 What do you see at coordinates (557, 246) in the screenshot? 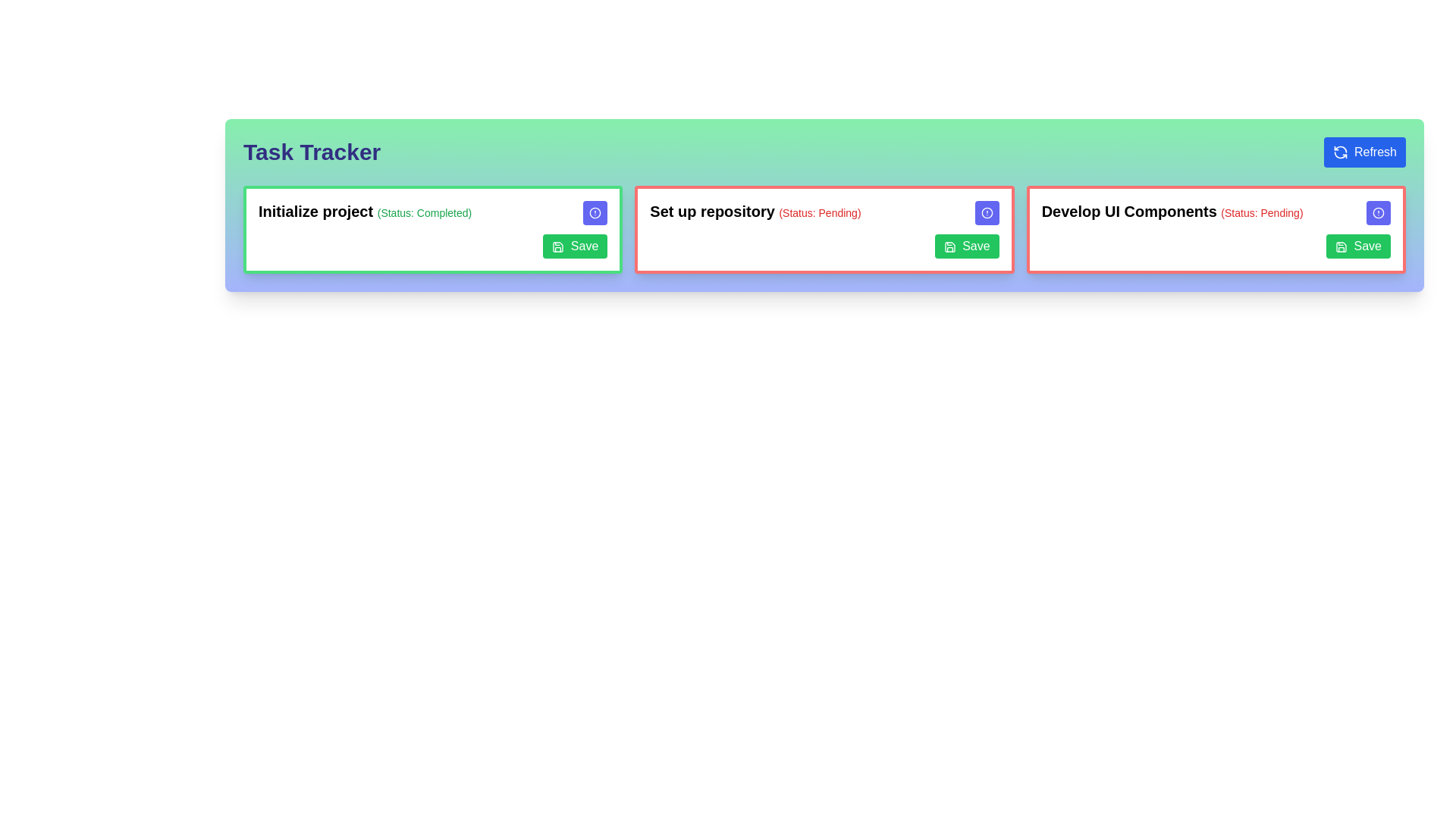
I see `the main background shape of the SVG save icon located within the 'Initialize project' task card, which is centered inside the green 'Save' button` at bounding box center [557, 246].